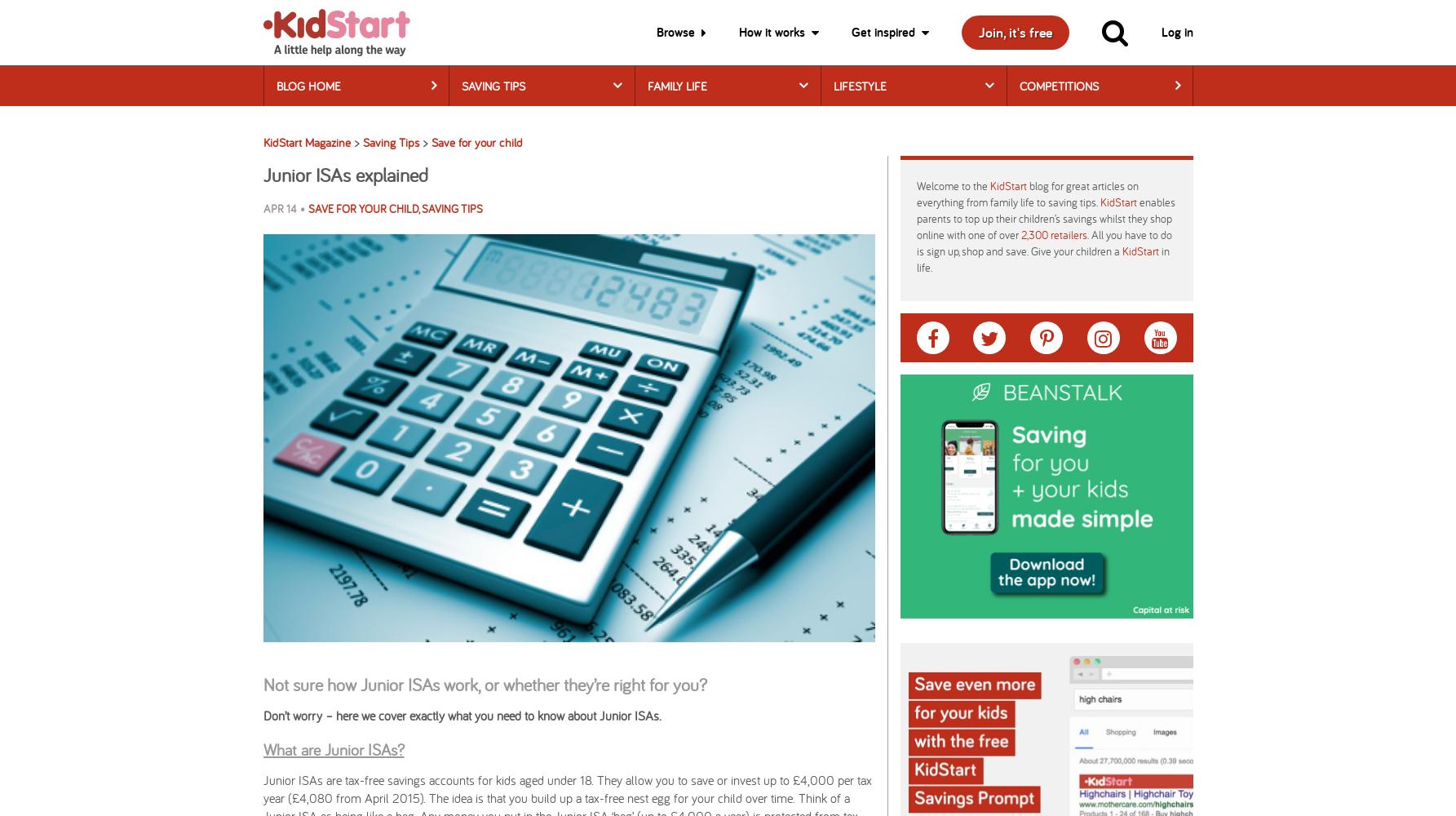  I want to click on '. All you have to do is sign up, shop and save. Give your children a', so click(915, 242).